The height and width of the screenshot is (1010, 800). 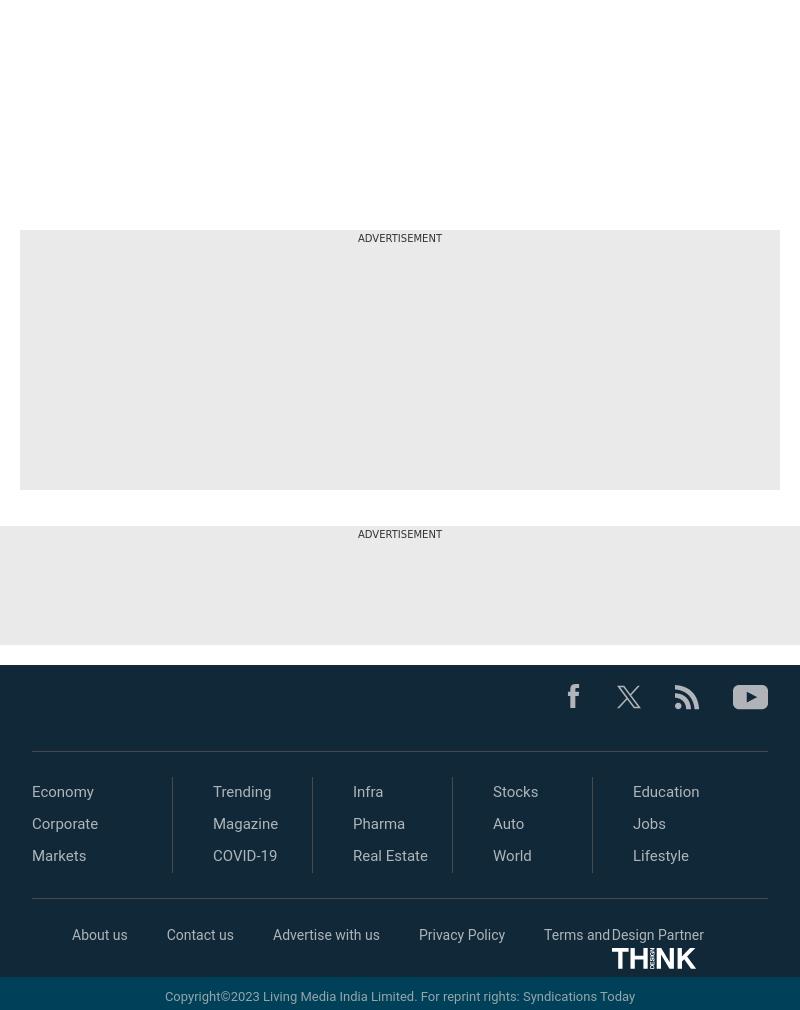 I want to click on 'Lifestyle', so click(x=659, y=855).